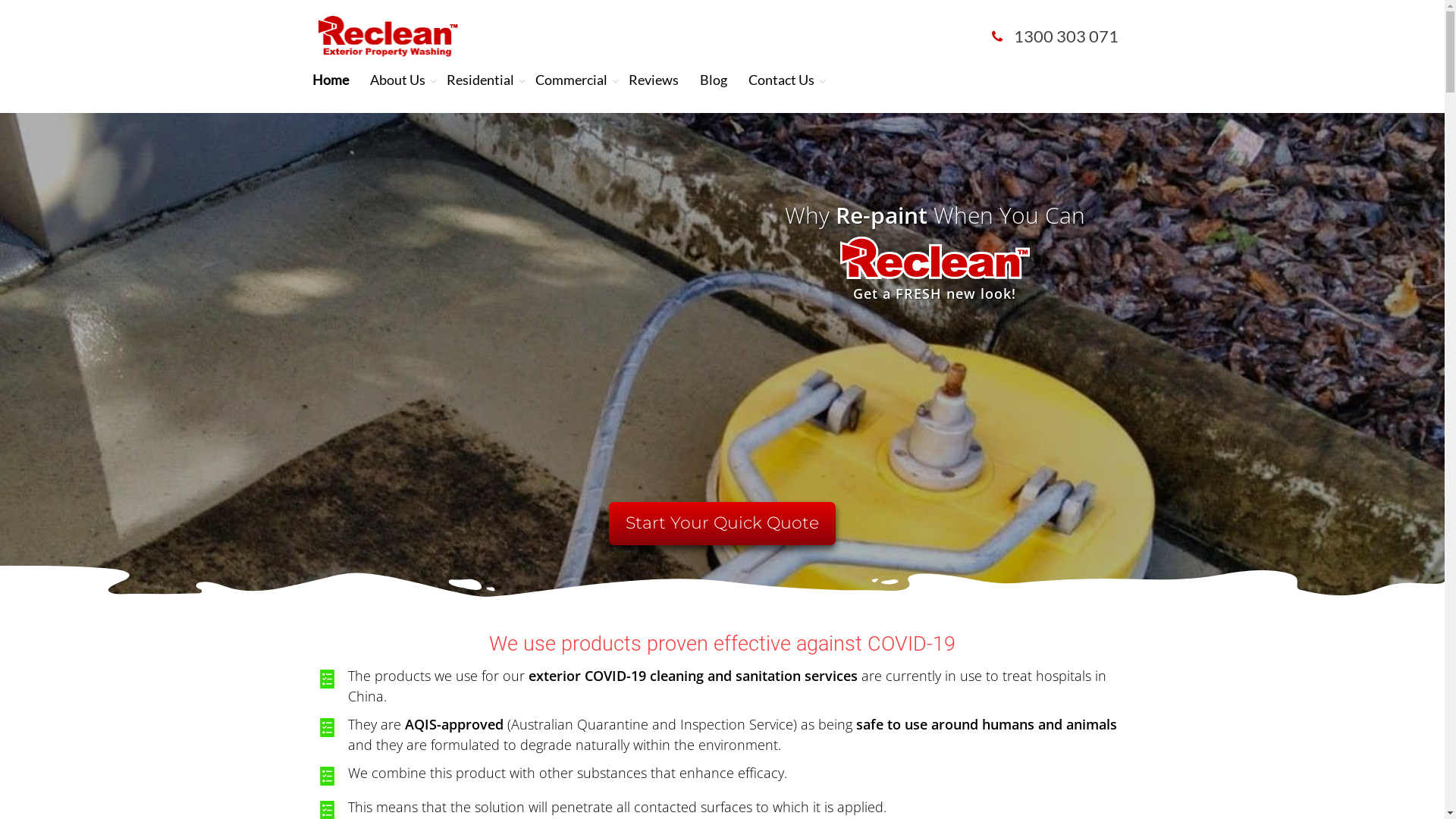 Image resolution: width=1456 pixels, height=819 pixels. What do you see at coordinates (479, 79) in the screenshot?
I see `'Residential'` at bounding box center [479, 79].